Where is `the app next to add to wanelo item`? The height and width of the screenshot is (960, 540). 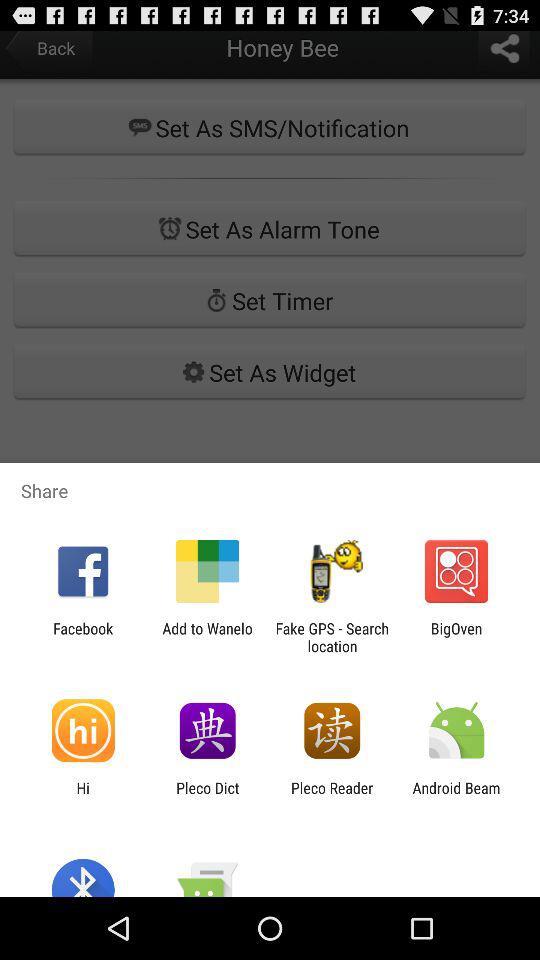
the app next to add to wanelo item is located at coordinates (82, 636).